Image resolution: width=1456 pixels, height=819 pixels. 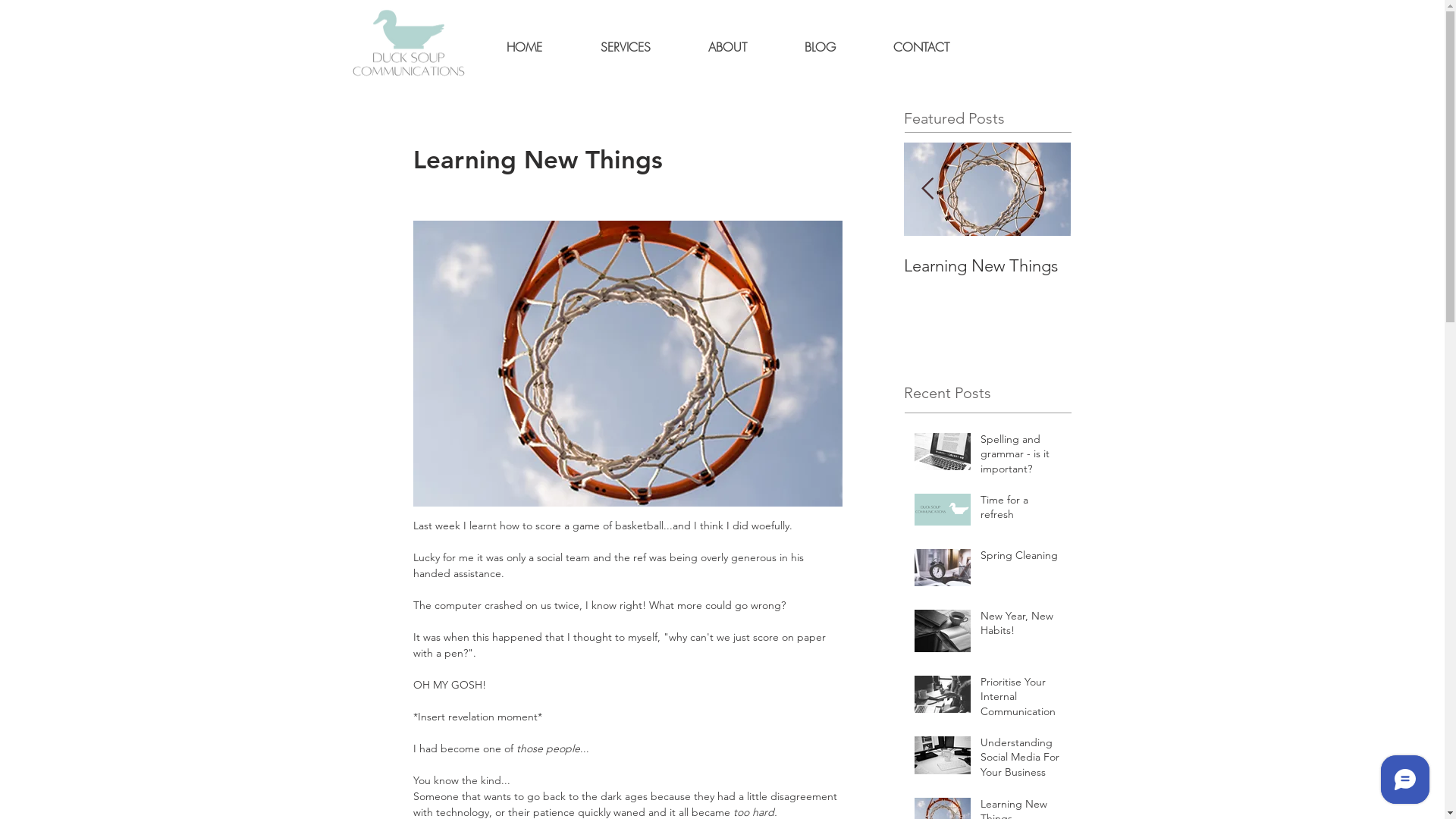 What do you see at coordinates (152, 265) in the screenshot?
I see `'Time for a refresh'` at bounding box center [152, 265].